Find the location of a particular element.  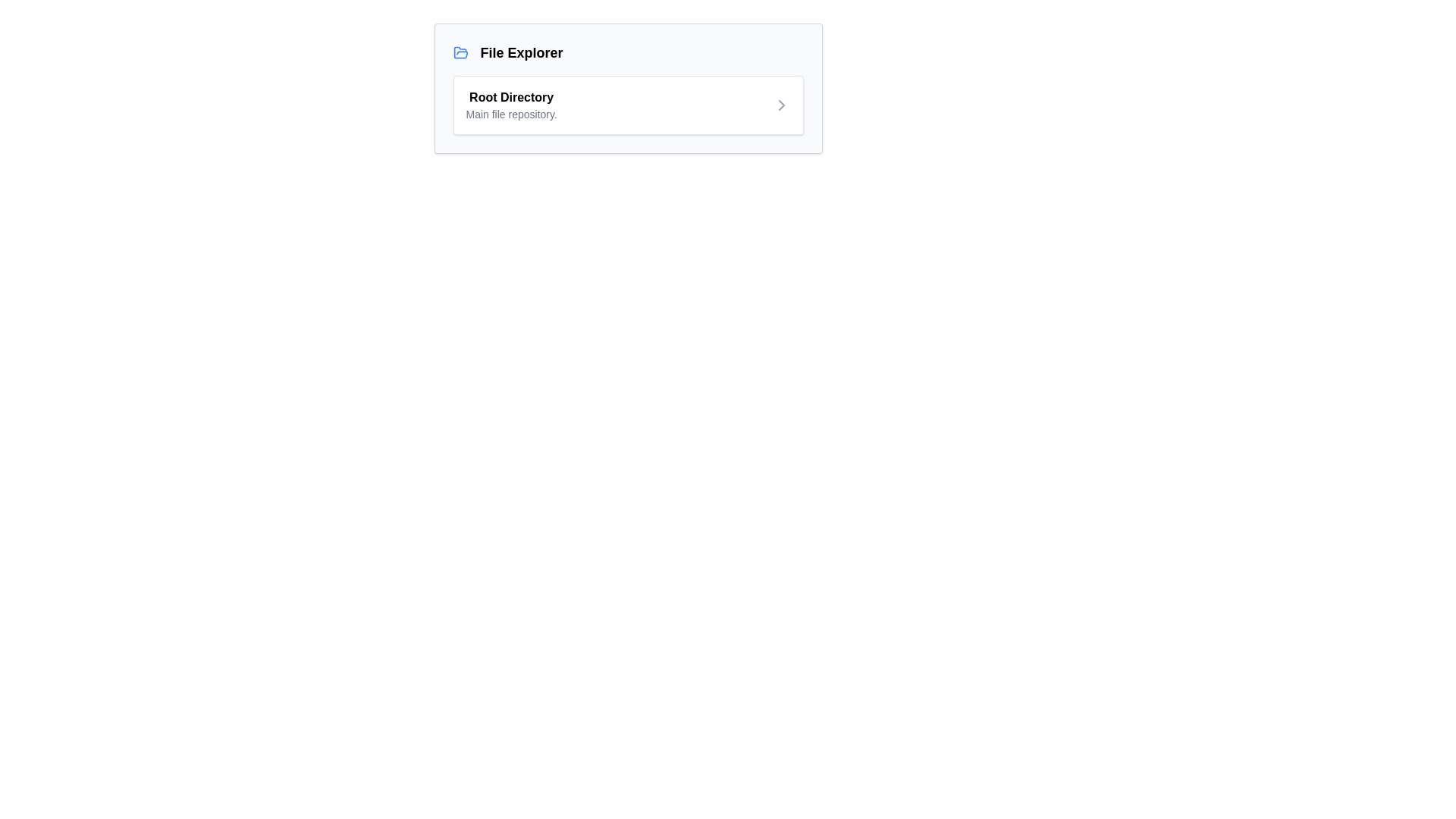

the static text description that provides information about the 'Root Directory' located in the 'File Explorer' panel, positioned below the bold text 'Root Directory' is located at coordinates (511, 113).